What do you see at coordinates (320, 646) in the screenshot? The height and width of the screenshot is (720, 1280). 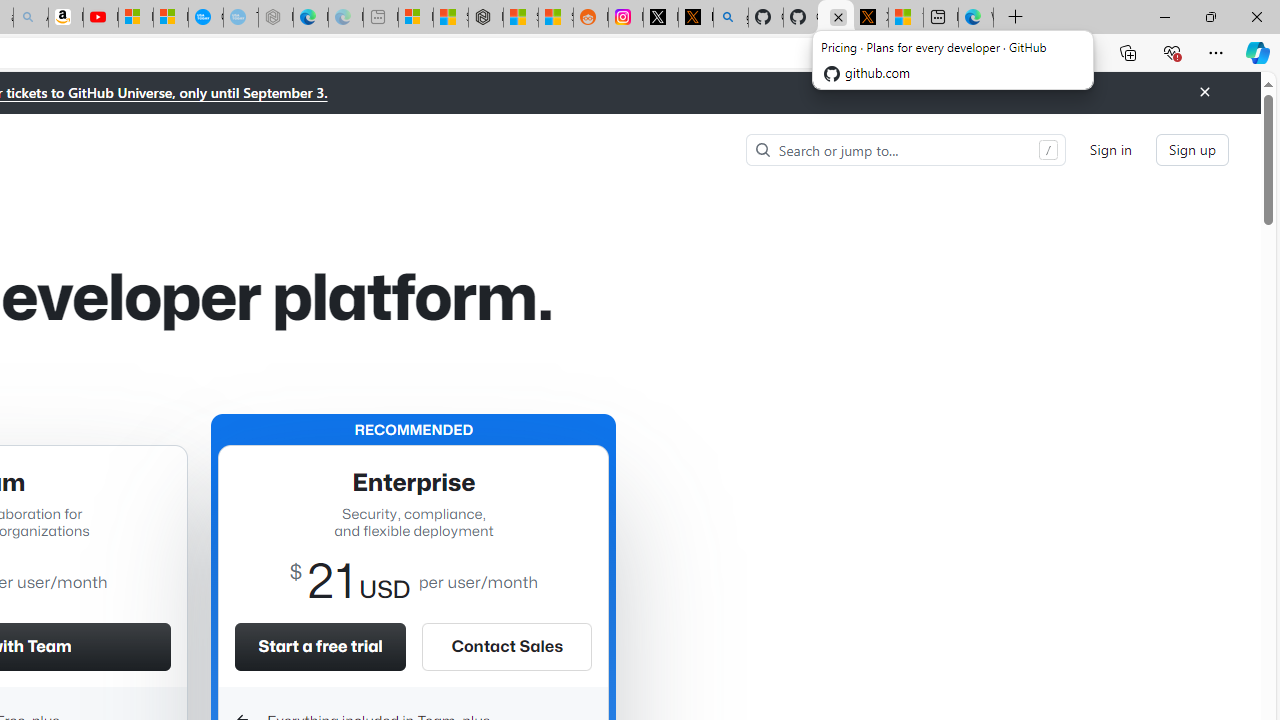 I see `'Start a free trial'` at bounding box center [320, 646].